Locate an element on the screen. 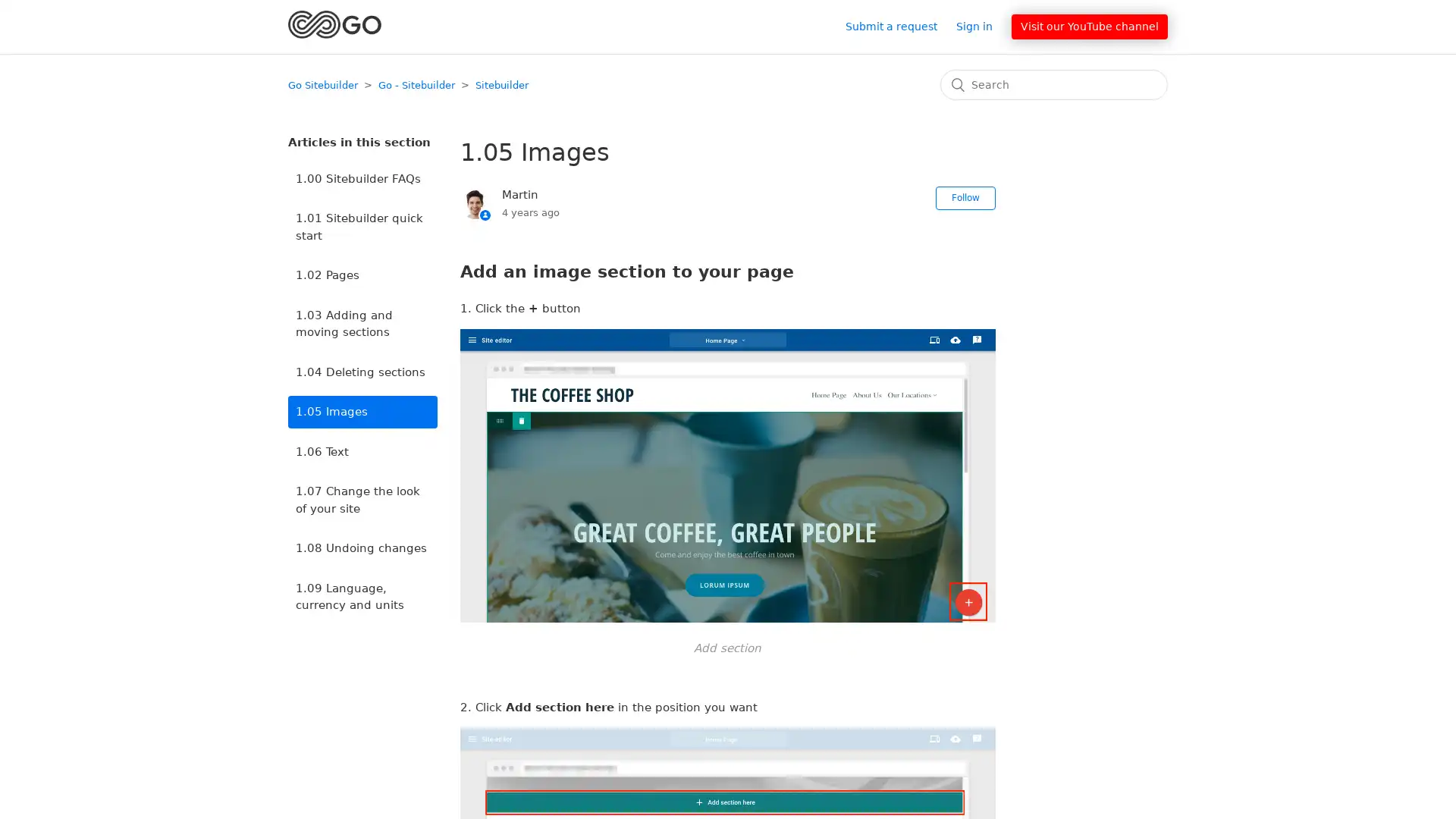 This screenshot has width=1456, height=819. Follow is located at coordinates (964, 197).